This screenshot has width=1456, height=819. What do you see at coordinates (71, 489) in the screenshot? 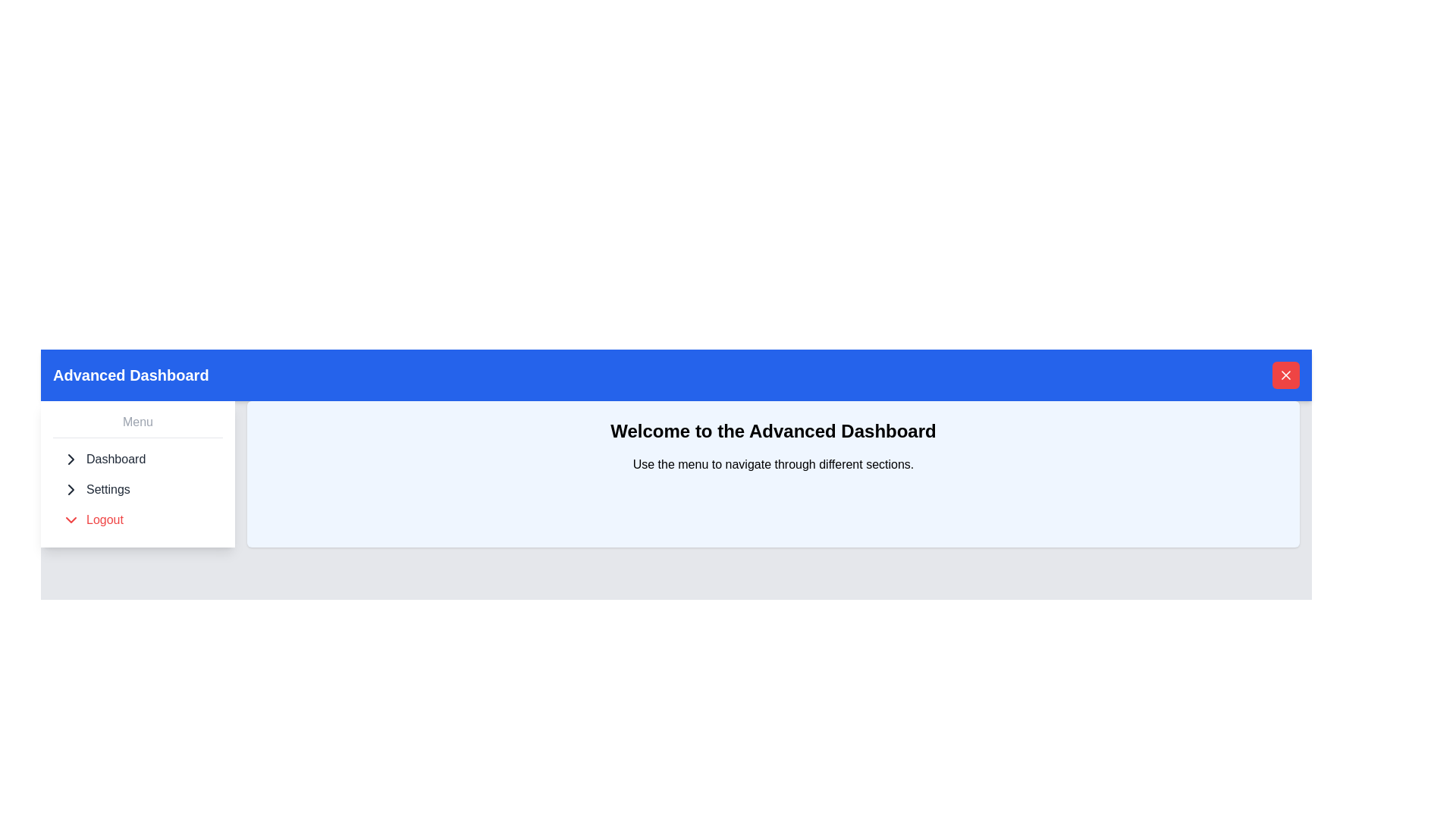
I see `the right-pointing chevron icon located in the sidebar under the 'Menu' label` at bounding box center [71, 489].